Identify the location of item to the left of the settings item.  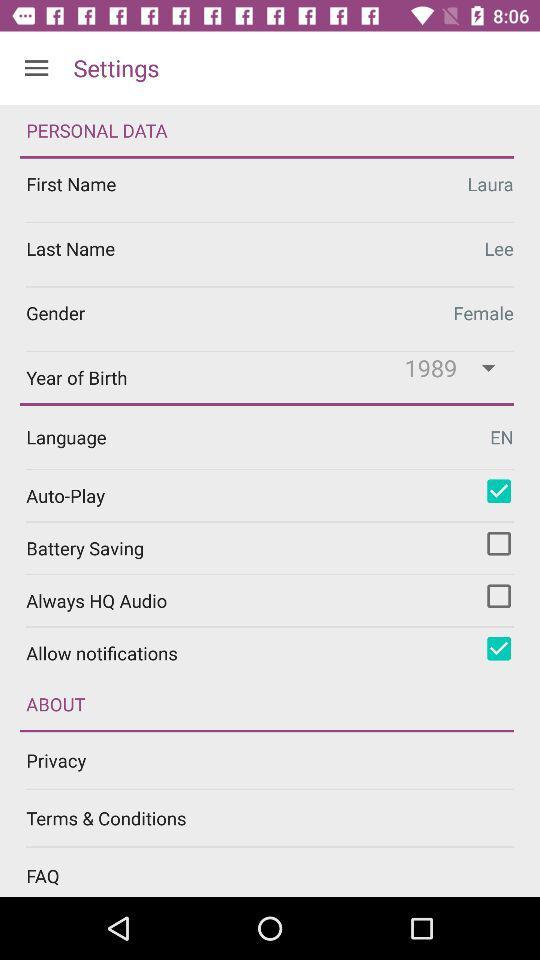
(36, 68).